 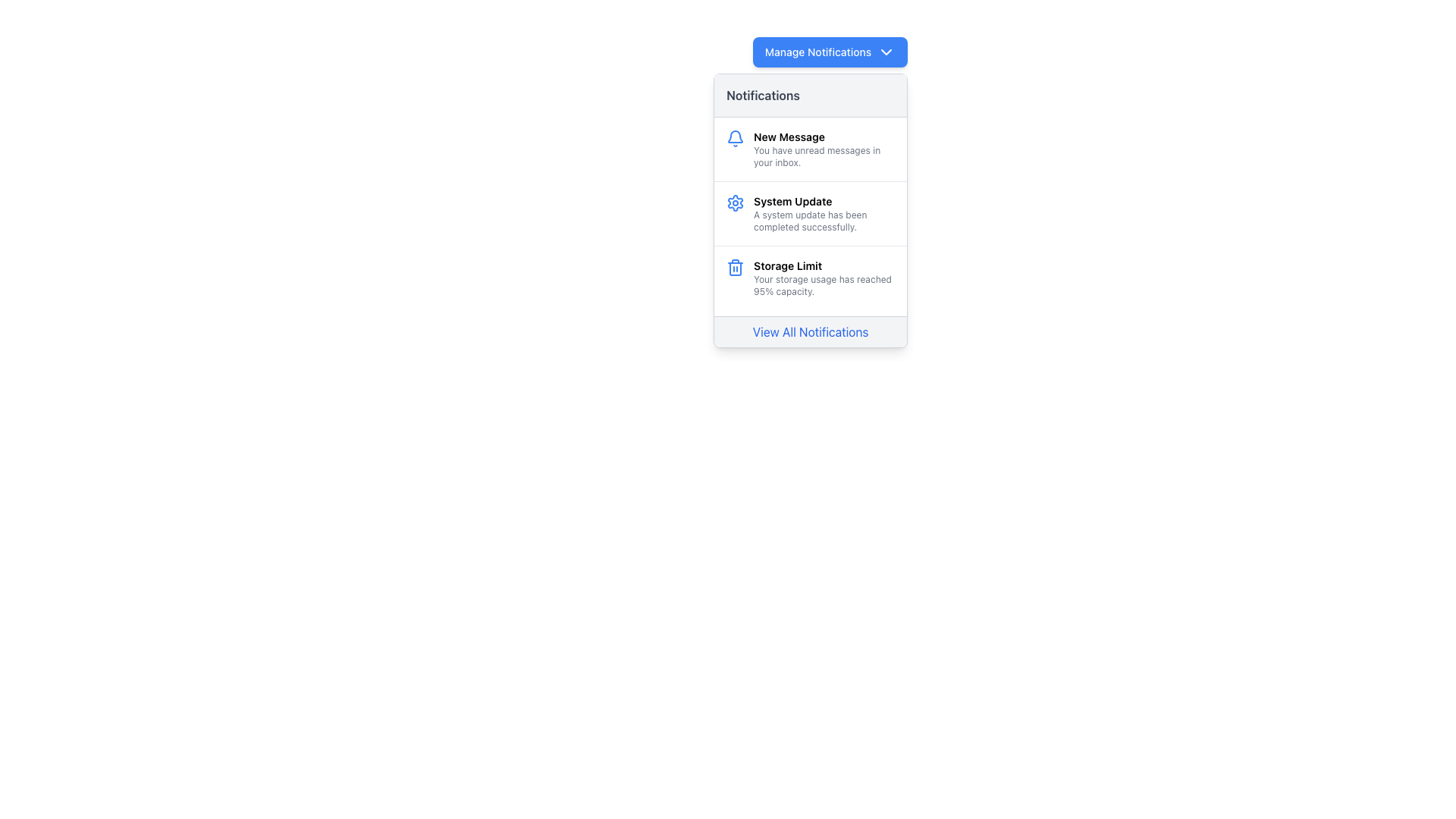 What do you see at coordinates (810, 331) in the screenshot?
I see `the 'View All Notifications' button with a light gray background and blue text located at the bottom of the notification panel` at bounding box center [810, 331].